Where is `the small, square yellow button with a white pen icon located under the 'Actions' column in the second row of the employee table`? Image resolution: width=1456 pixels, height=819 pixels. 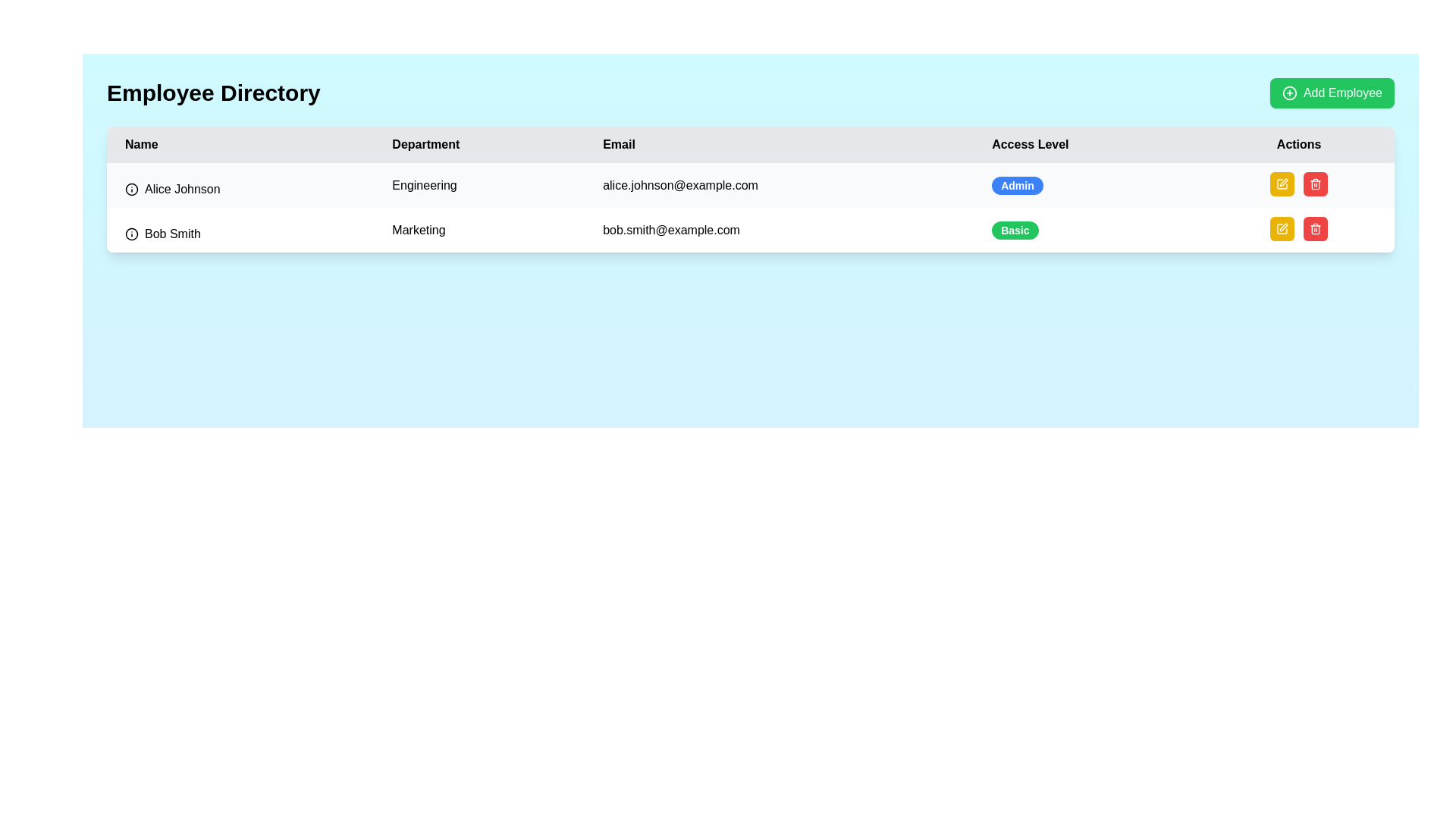
the small, square yellow button with a white pen icon located under the 'Actions' column in the second row of the employee table is located at coordinates (1282, 228).